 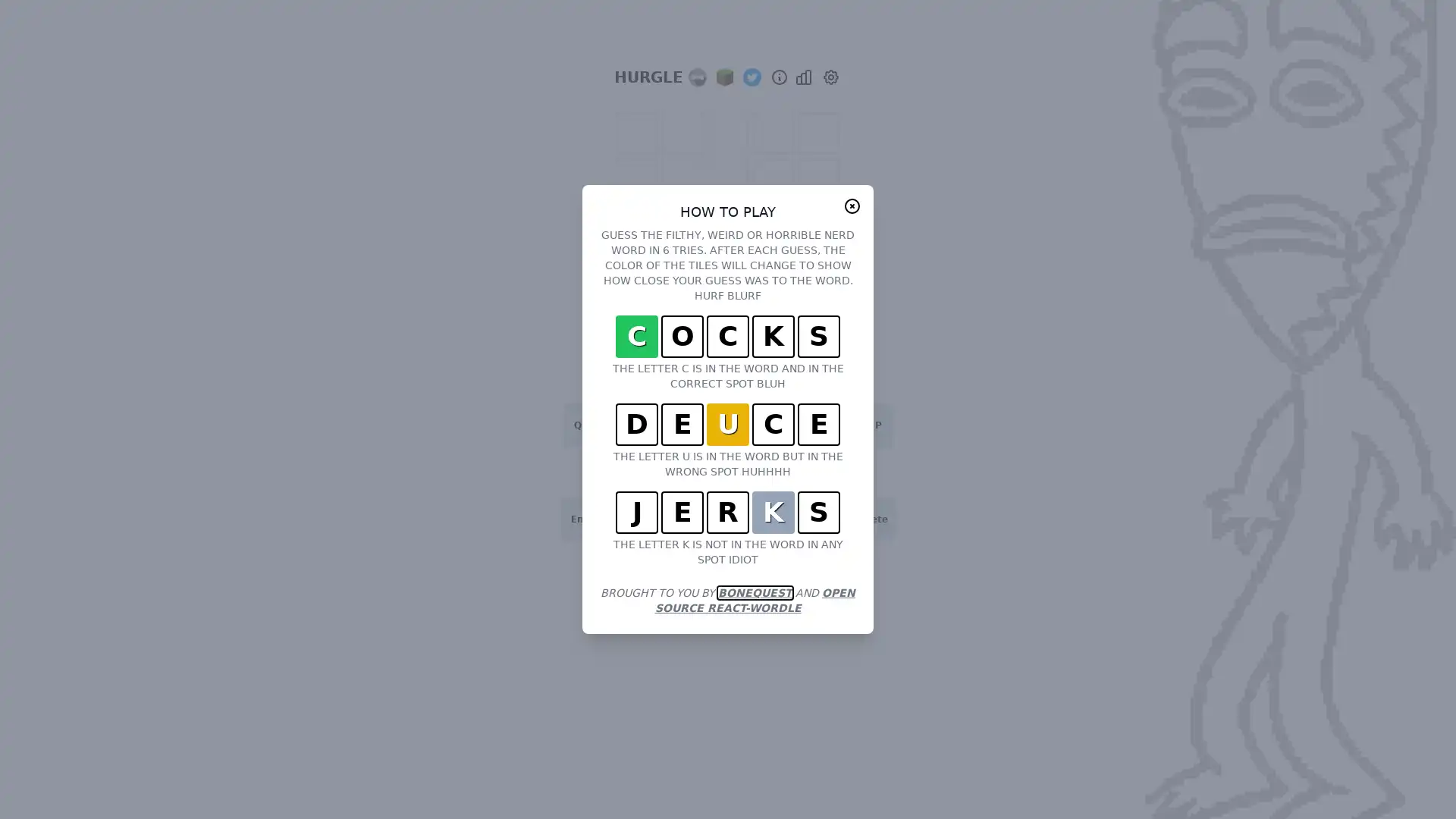 What do you see at coordinates (694, 472) in the screenshot?
I see `F` at bounding box center [694, 472].